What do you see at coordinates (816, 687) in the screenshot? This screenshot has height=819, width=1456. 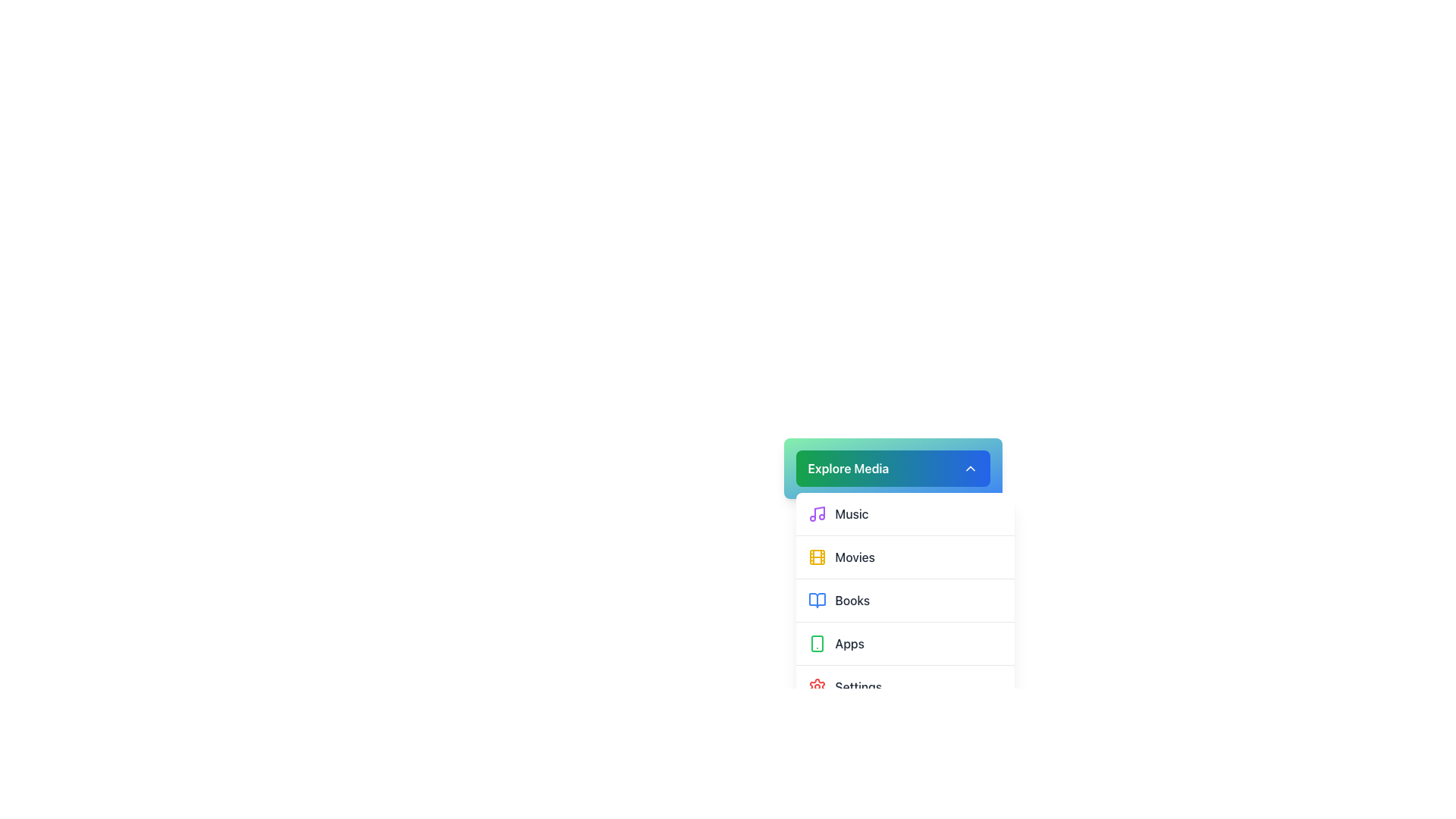 I see `the 'Settings' icon located at the bottom of the dropdown, positioned to the left of the text label 'Settings'` at bounding box center [816, 687].